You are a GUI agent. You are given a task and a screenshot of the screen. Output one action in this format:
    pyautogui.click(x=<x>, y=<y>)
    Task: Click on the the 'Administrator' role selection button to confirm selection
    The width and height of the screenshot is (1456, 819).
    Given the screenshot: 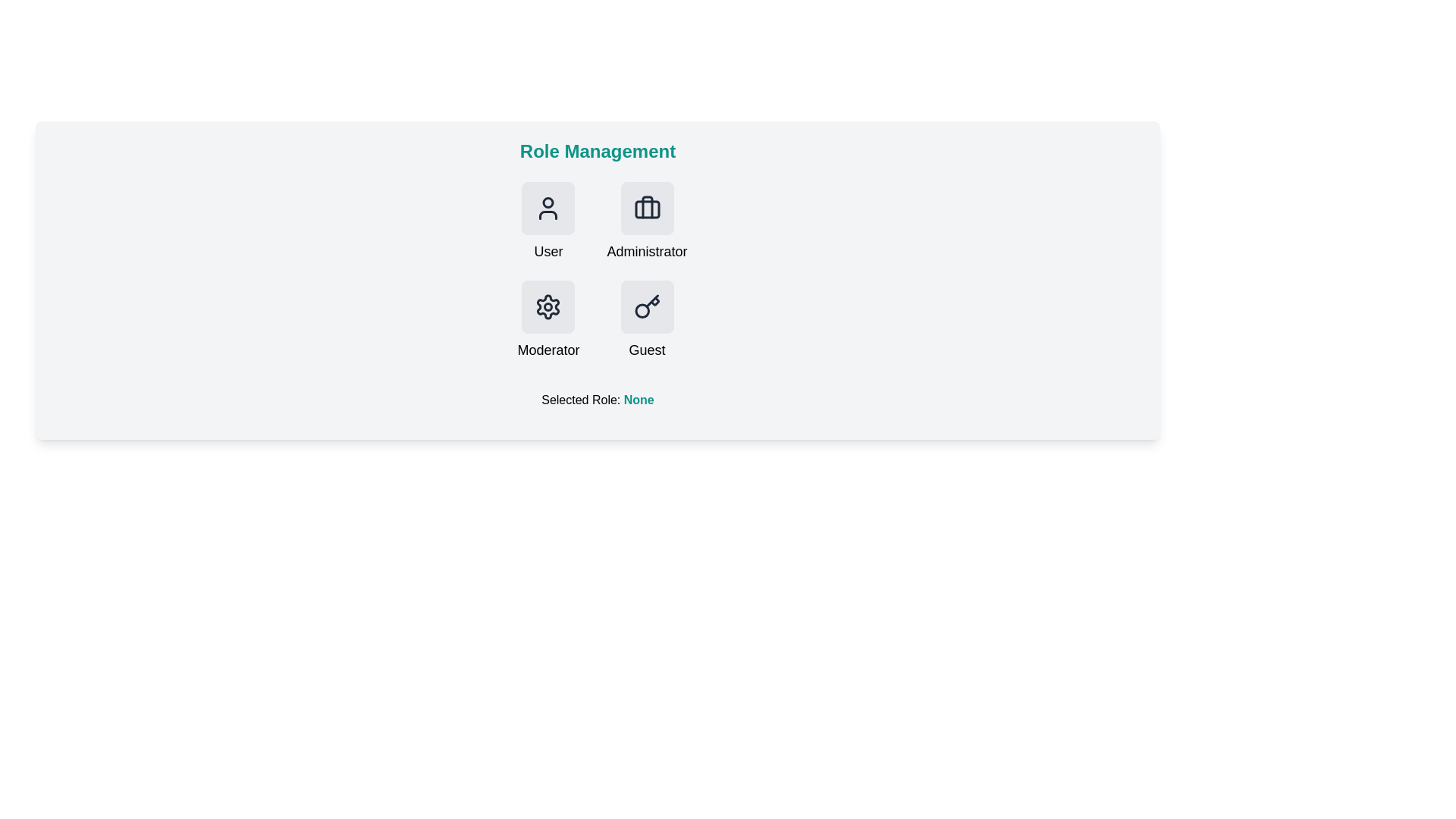 What is the action you would take?
    pyautogui.click(x=647, y=222)
    